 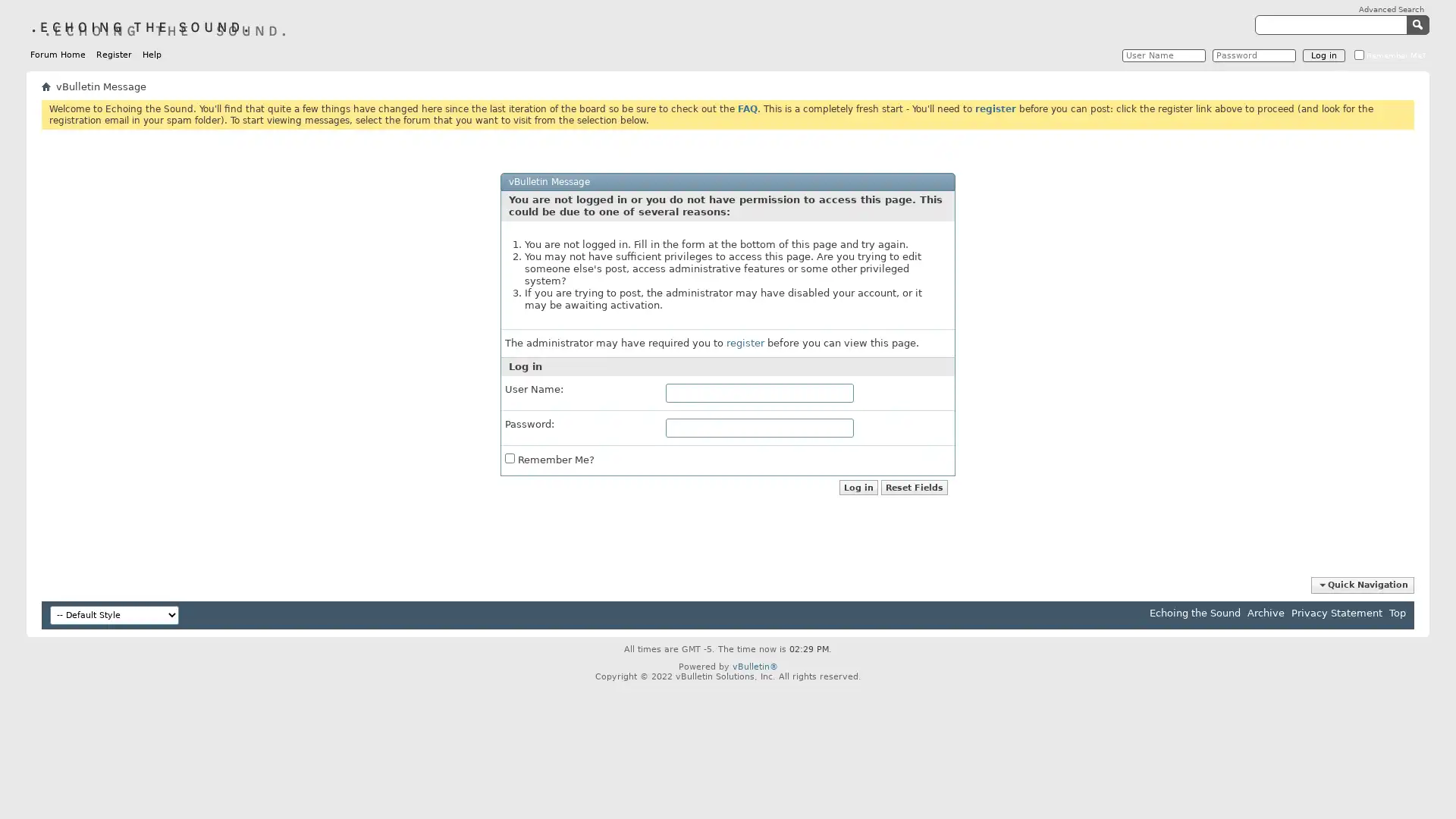 I want to click on Submit, so click(x=1419, y=24).